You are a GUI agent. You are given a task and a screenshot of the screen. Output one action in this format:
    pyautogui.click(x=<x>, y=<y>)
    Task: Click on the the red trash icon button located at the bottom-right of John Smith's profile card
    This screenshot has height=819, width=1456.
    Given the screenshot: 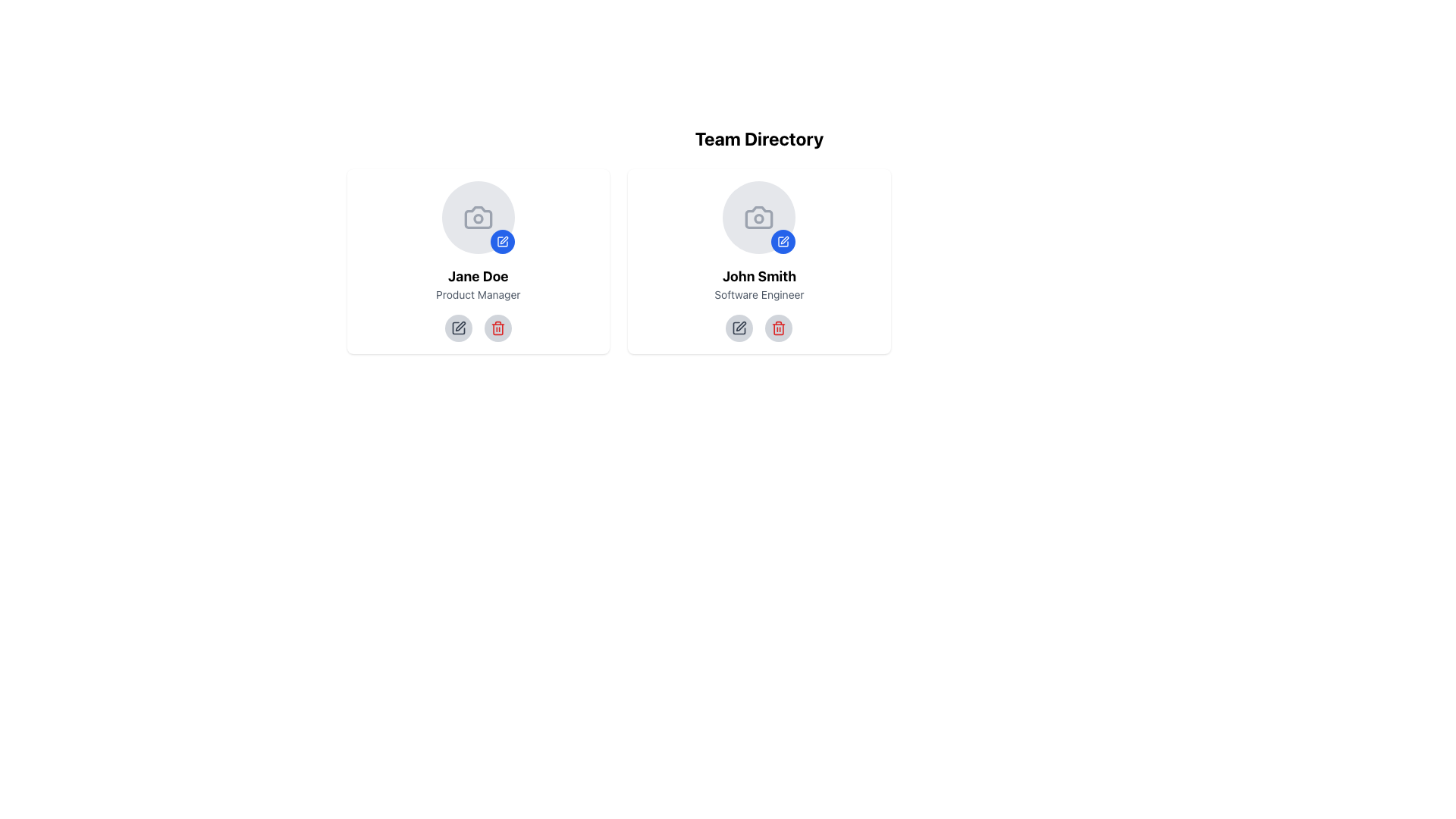 What is the action you would take?
    pyautogui.click(x=779, y=327)
    